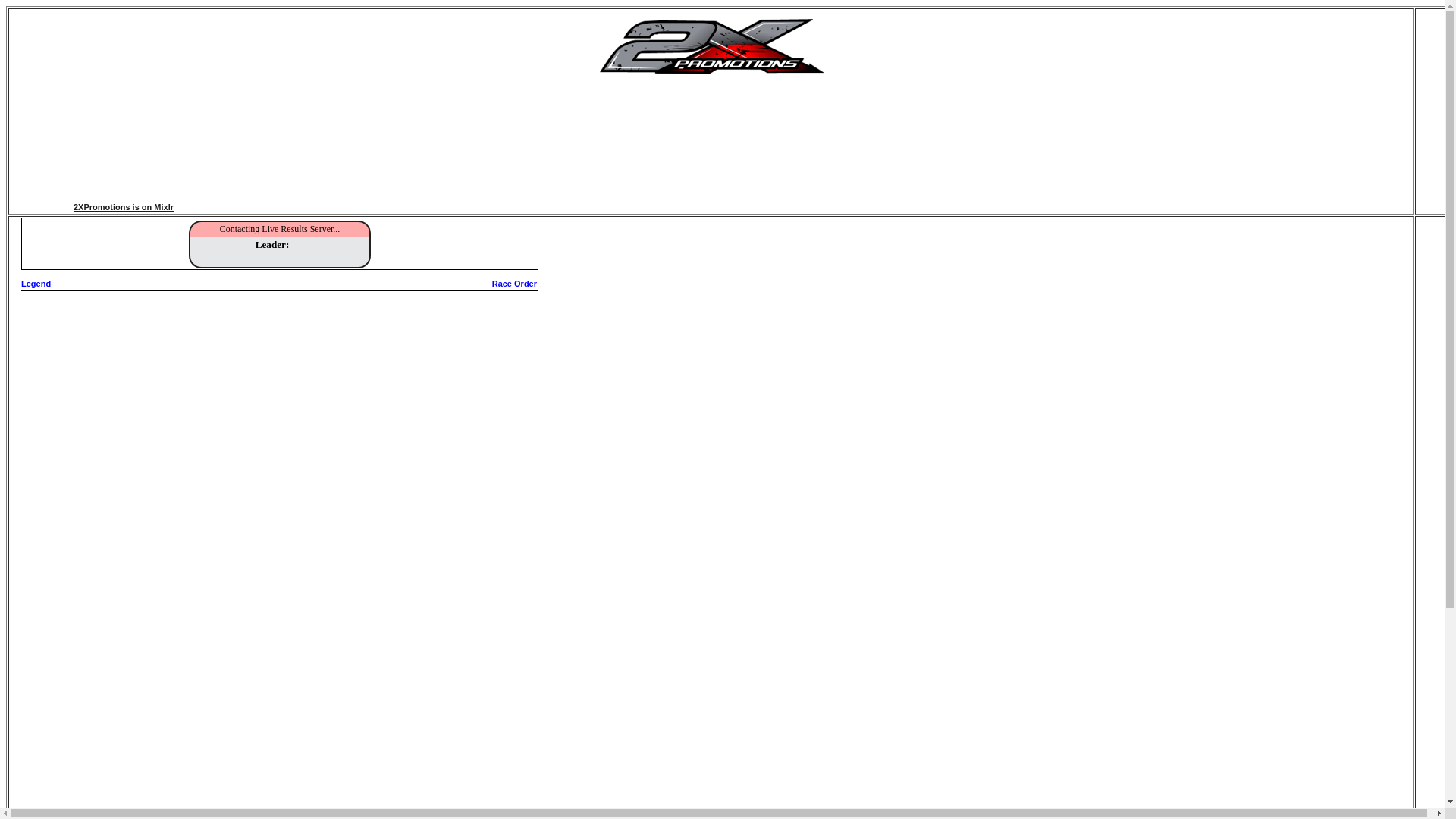 Image resolution: width=1456 pixels, height=819 pixels. What do you see at coordinates (710, 43) in the screenshot?
I see `'2X PROMOTIONS'` at bounding box center [710, 43].